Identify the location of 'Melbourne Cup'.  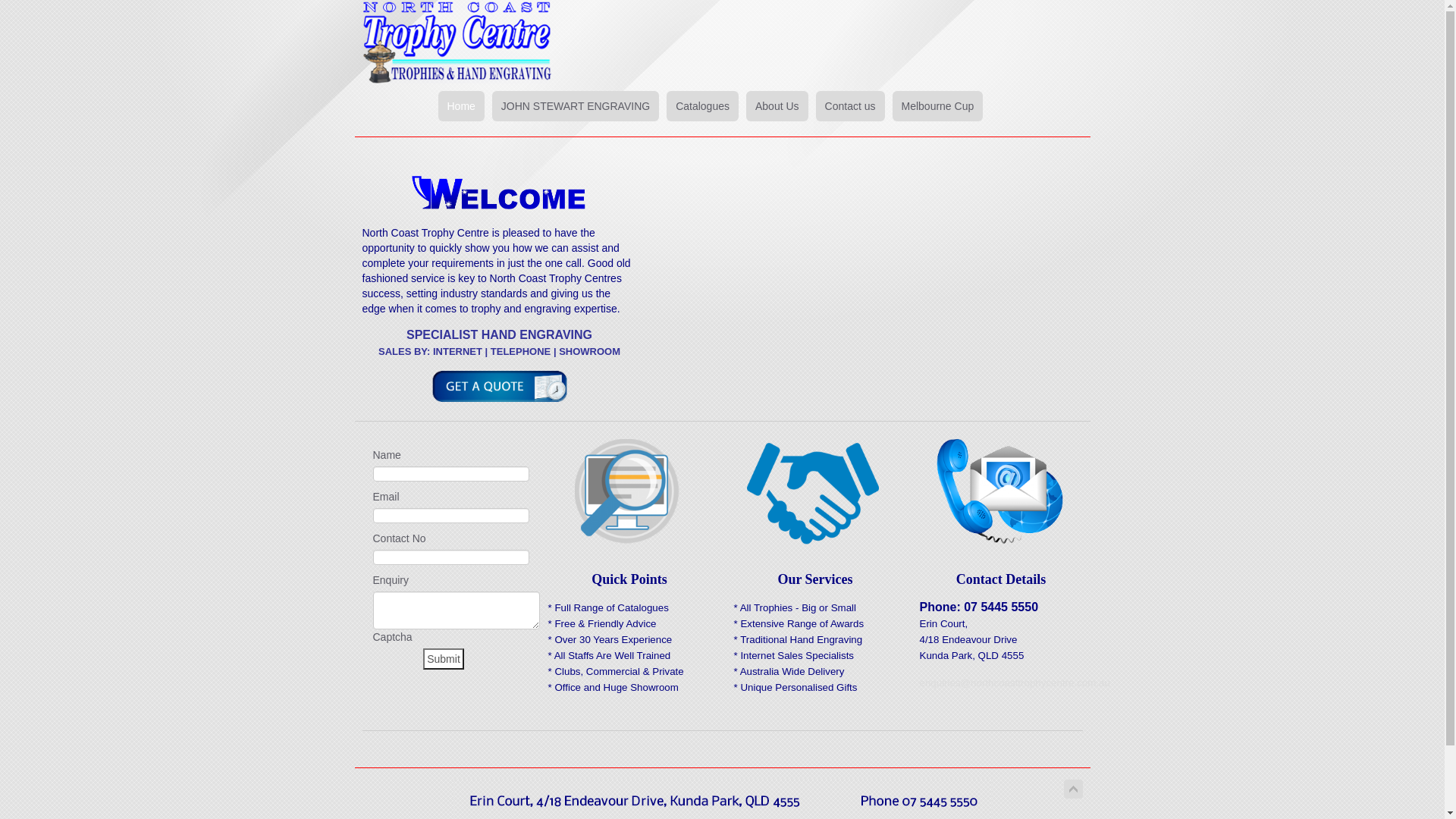
(937, 105).